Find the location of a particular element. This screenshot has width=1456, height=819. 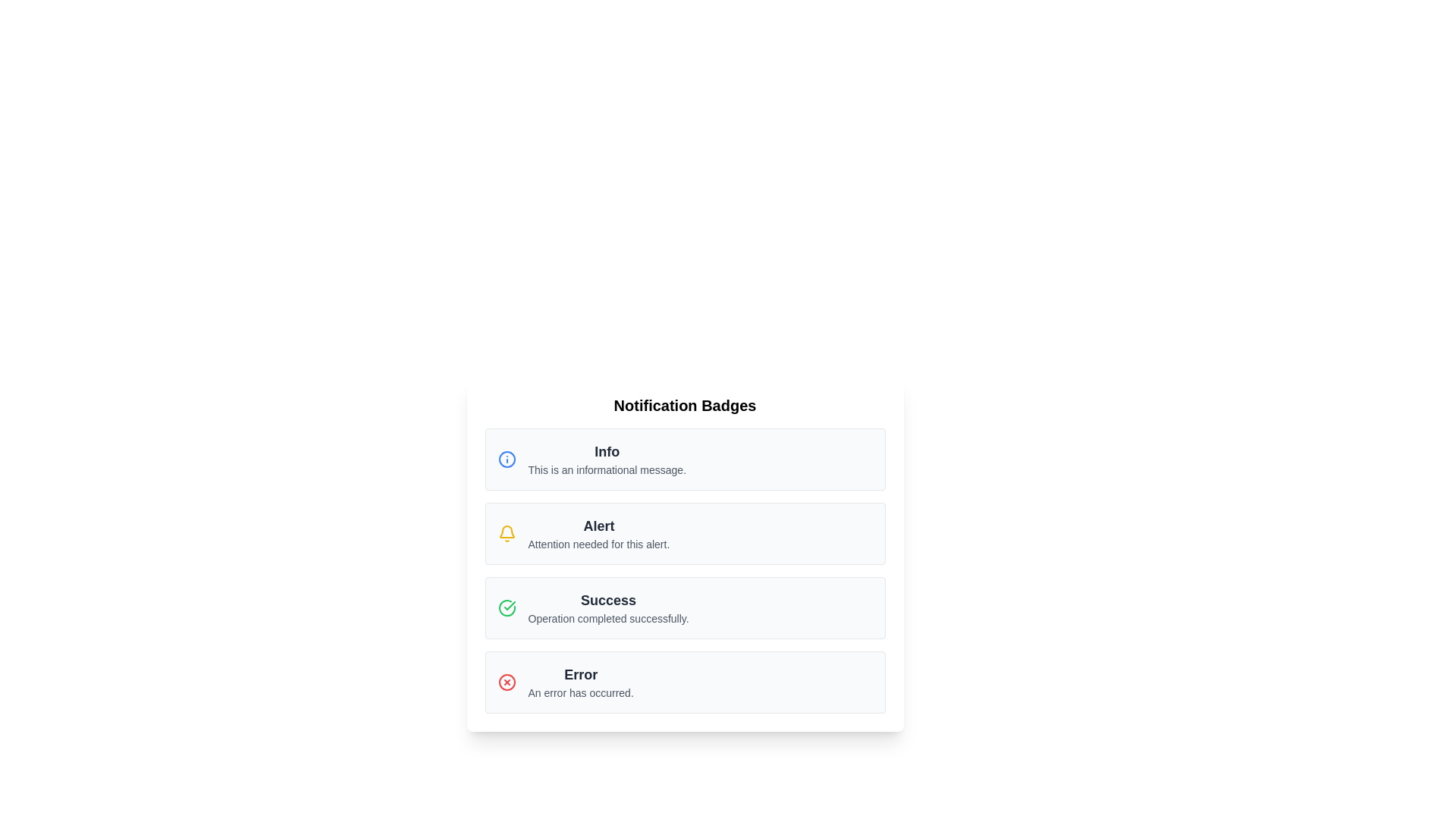

the 'Success' notification title text label, which is located at the top of the notification box and precedes the message 'Operation completed successfully.' is located at coordinates (608, 599).